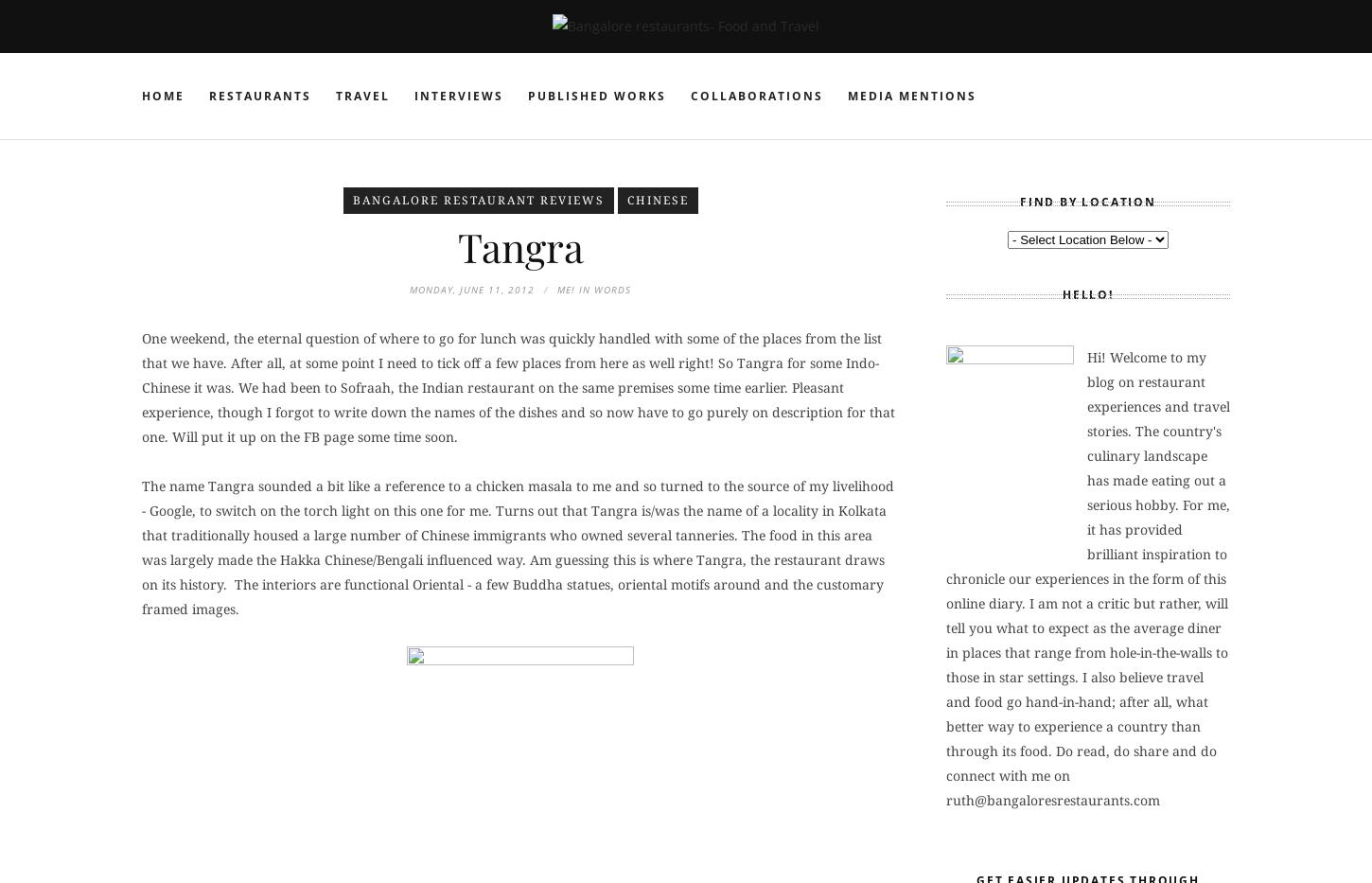  Describe the element at coordinates (656, 199) in the screenshot. I see `'Chinese'` at that location.